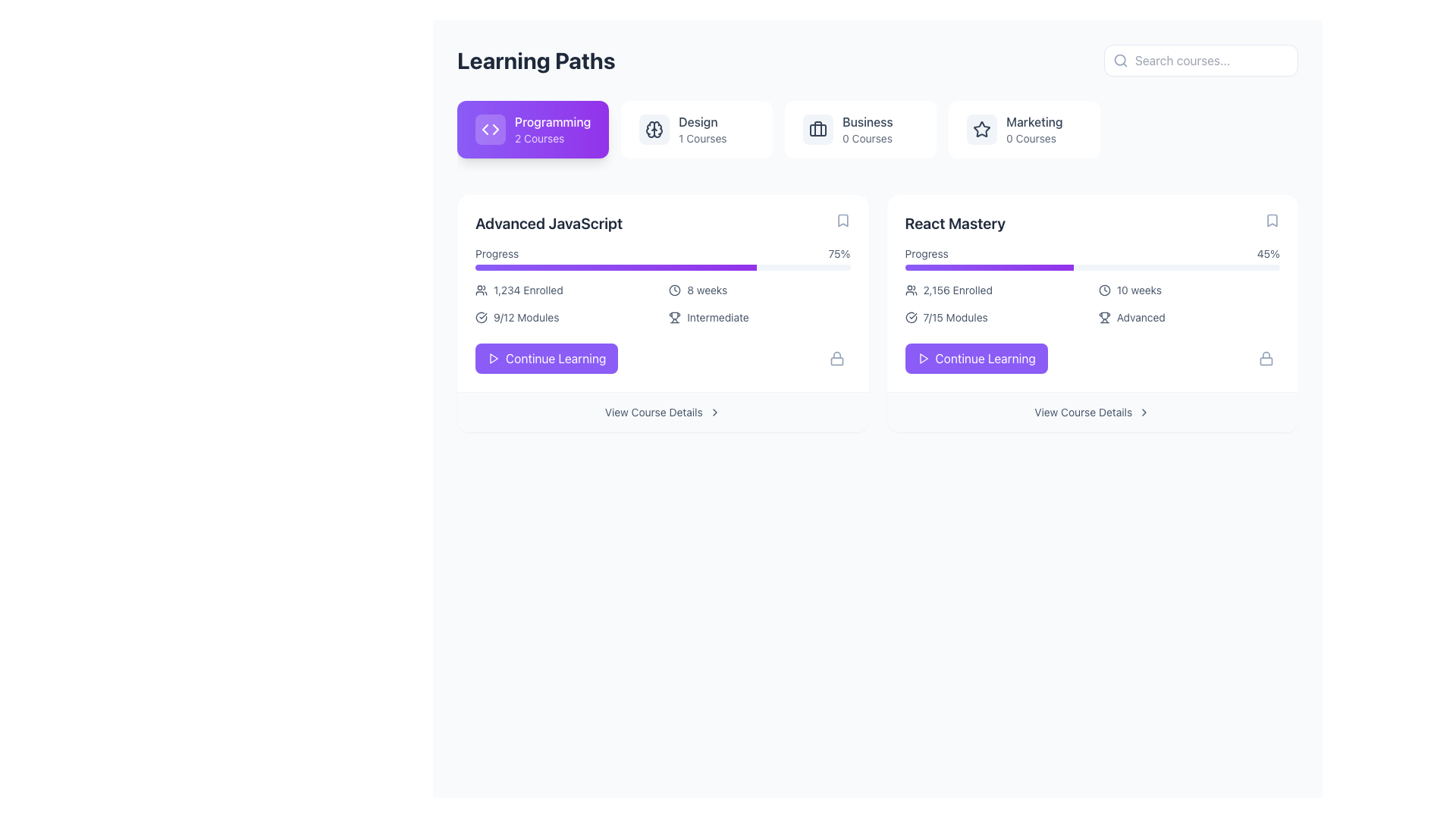  What do you see at coordinates (836, 361) in the screenshot?
I see `lower part of the lock icon, which is a decorative SVG element styled with rounded corners located at the bottom-right corner of the 'Advanced JavaScript' course card` at bounding box center [836, 361].